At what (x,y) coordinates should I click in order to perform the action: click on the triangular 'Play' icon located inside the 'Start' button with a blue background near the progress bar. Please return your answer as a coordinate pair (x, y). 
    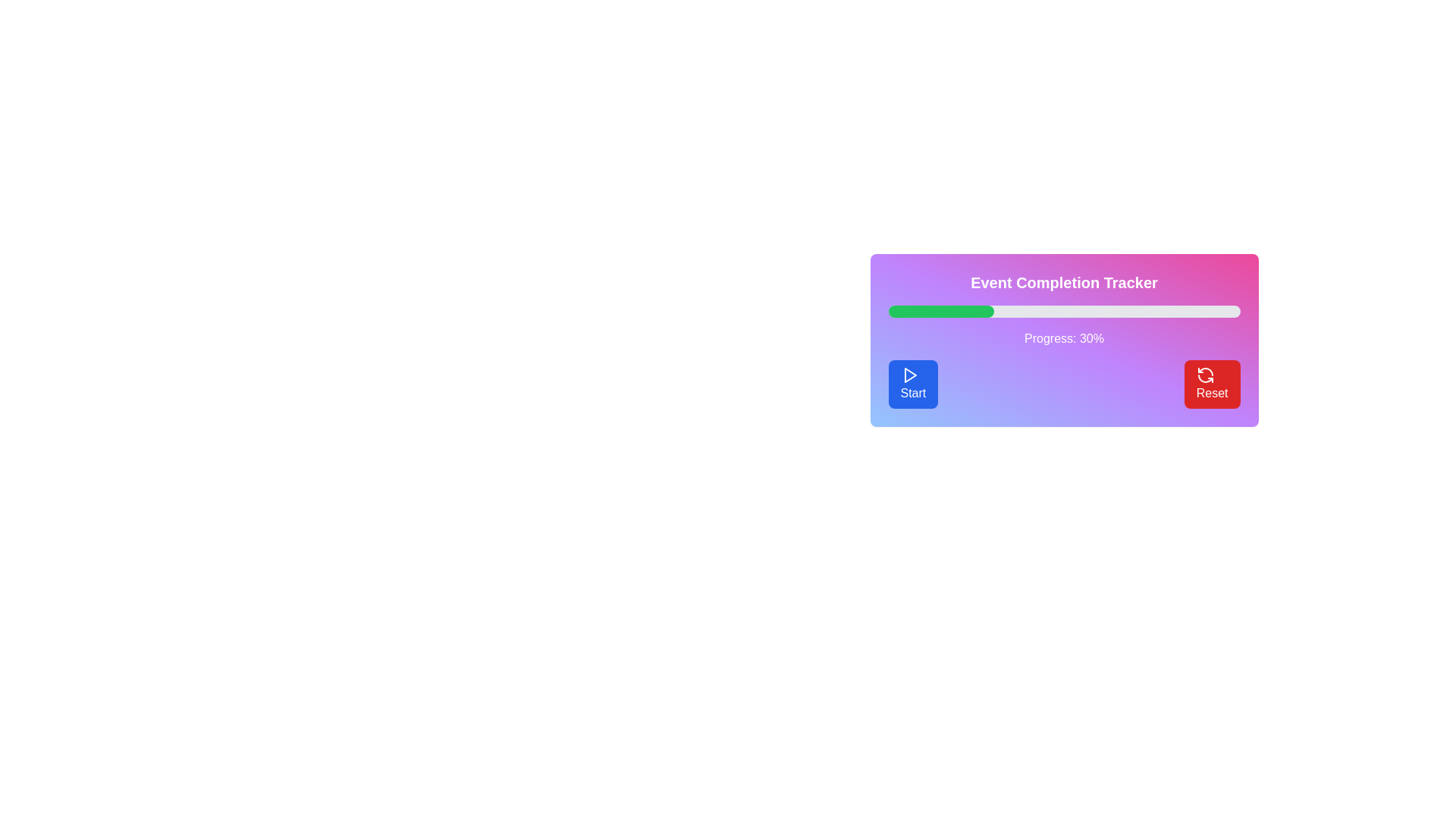
    Looking at the image, I should click on (910, 375).